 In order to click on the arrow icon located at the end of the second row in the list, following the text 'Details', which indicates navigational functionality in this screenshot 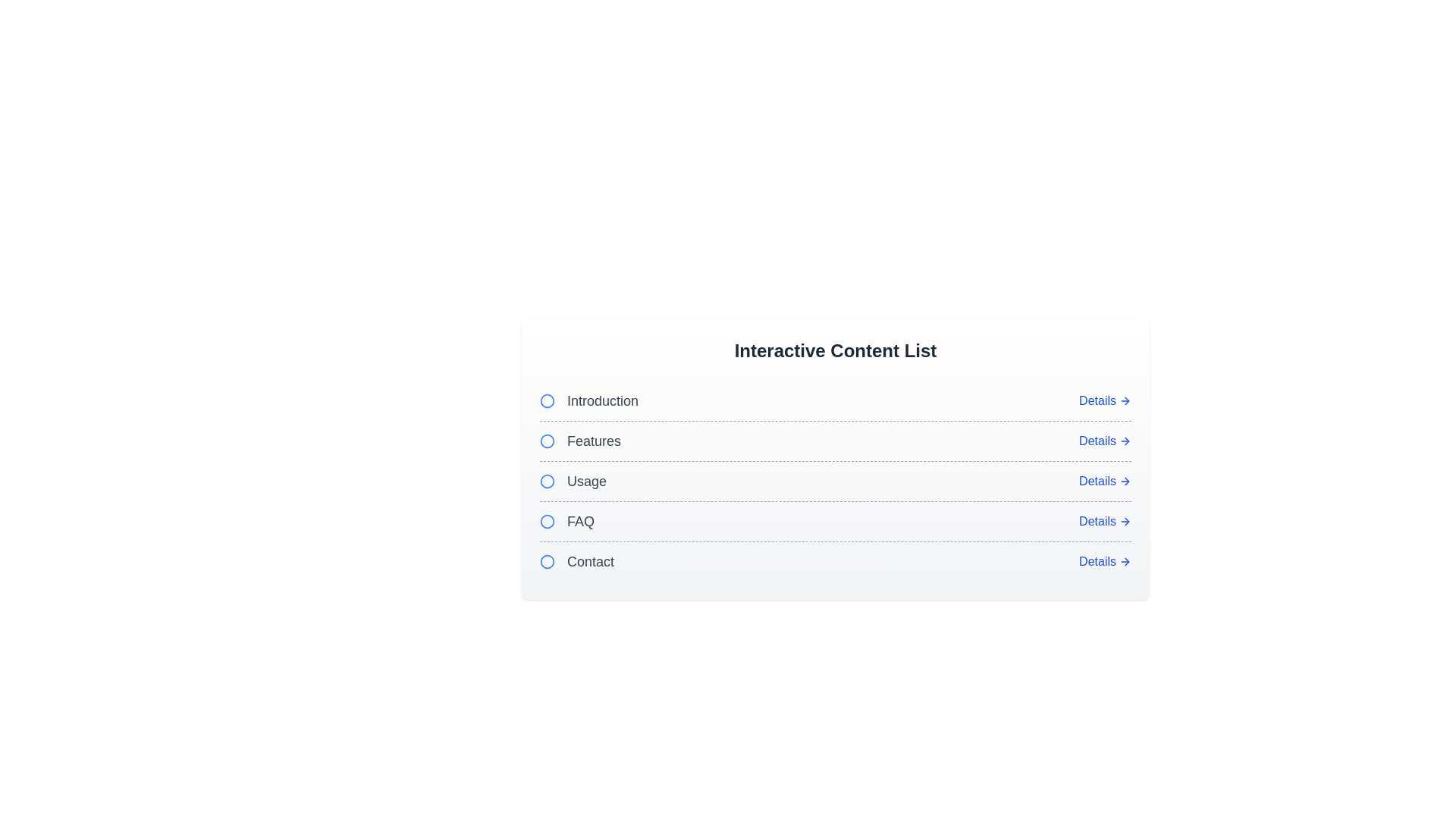, I will do `click(1125, 441)`.